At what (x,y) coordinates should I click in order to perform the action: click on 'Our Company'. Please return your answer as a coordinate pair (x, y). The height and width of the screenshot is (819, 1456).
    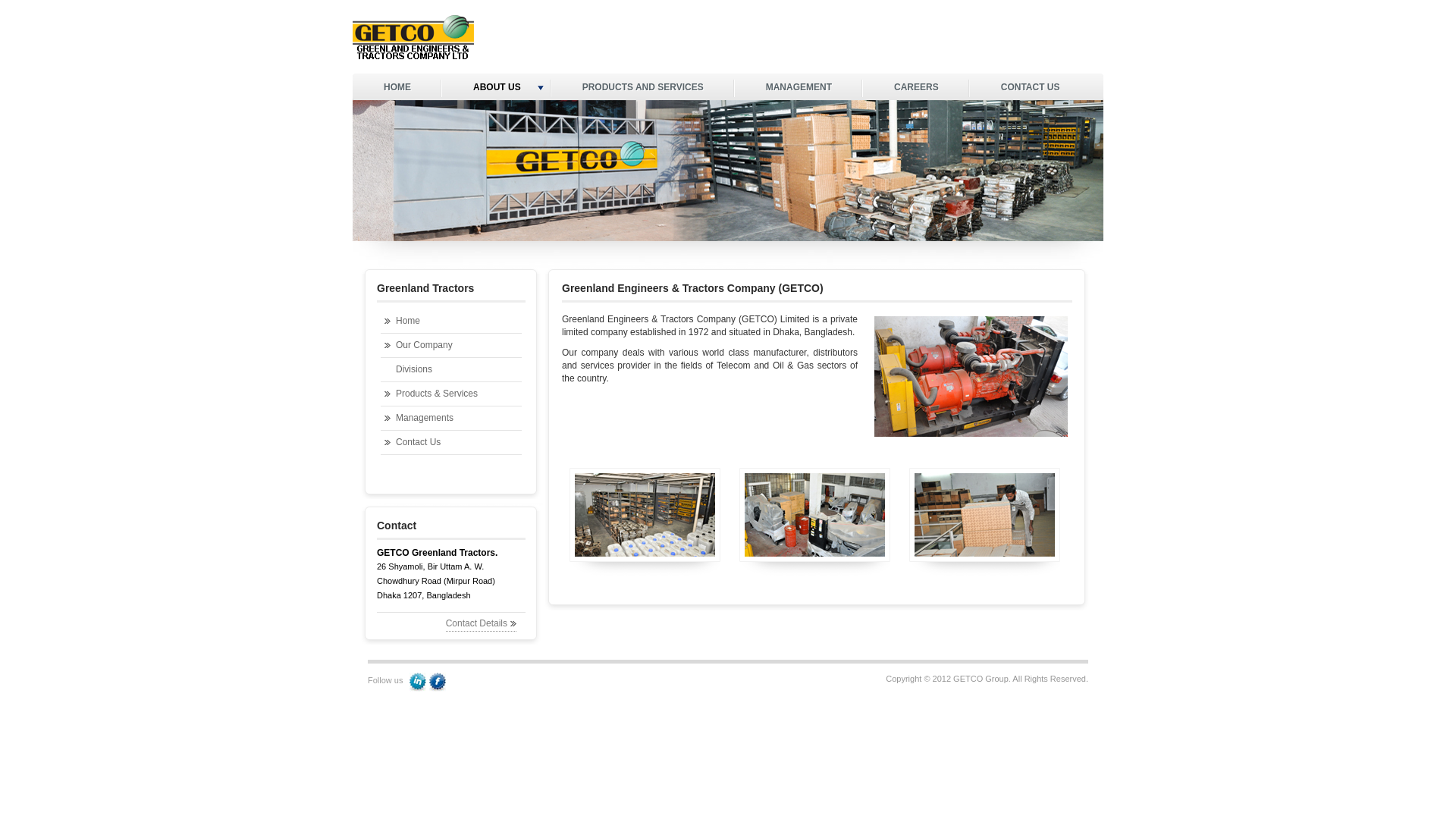
    Looking at the image, I should click on (381, 345).